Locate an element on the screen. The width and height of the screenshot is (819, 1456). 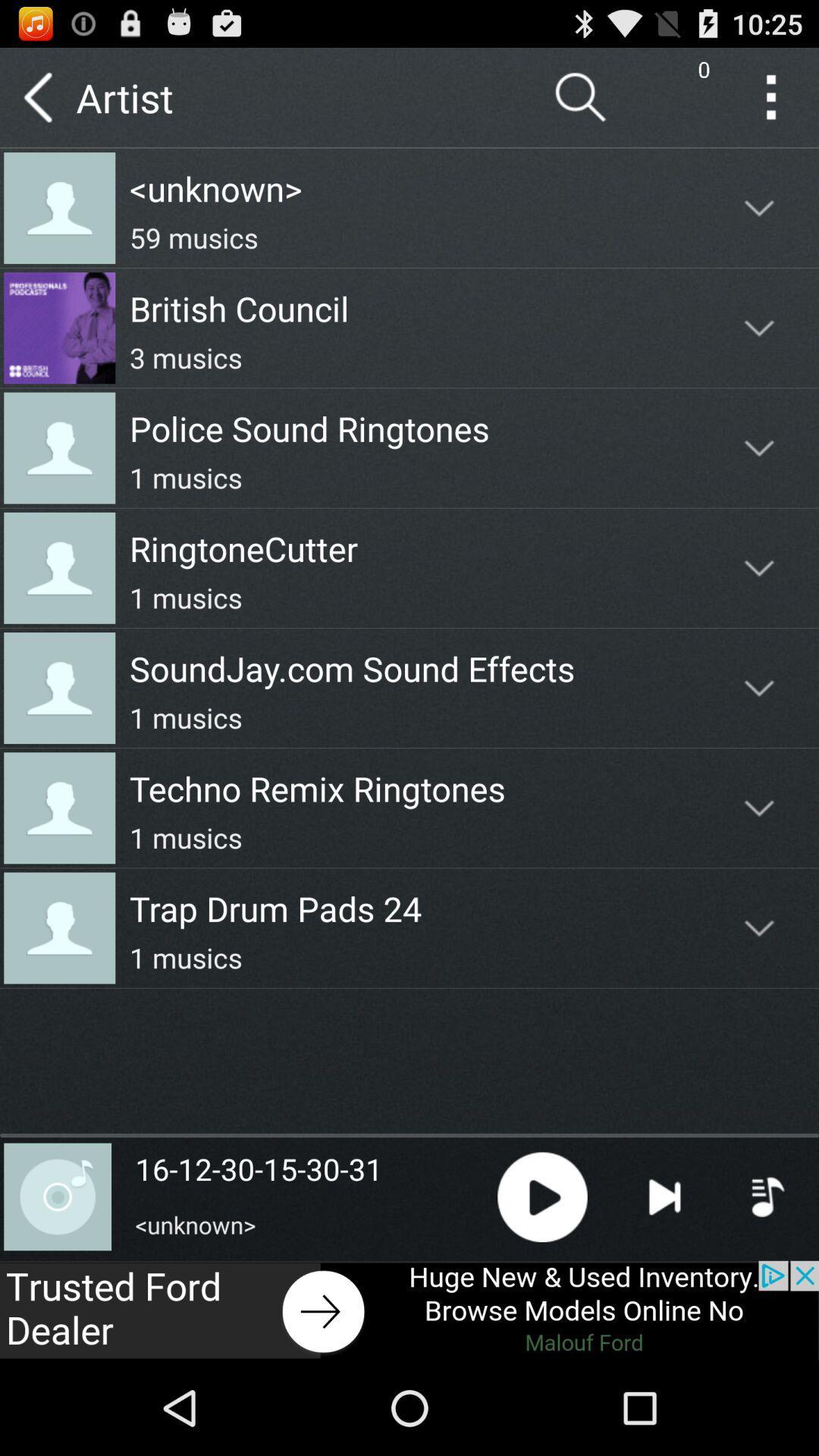
the playlist icon is located at coordinates (767, 1280).